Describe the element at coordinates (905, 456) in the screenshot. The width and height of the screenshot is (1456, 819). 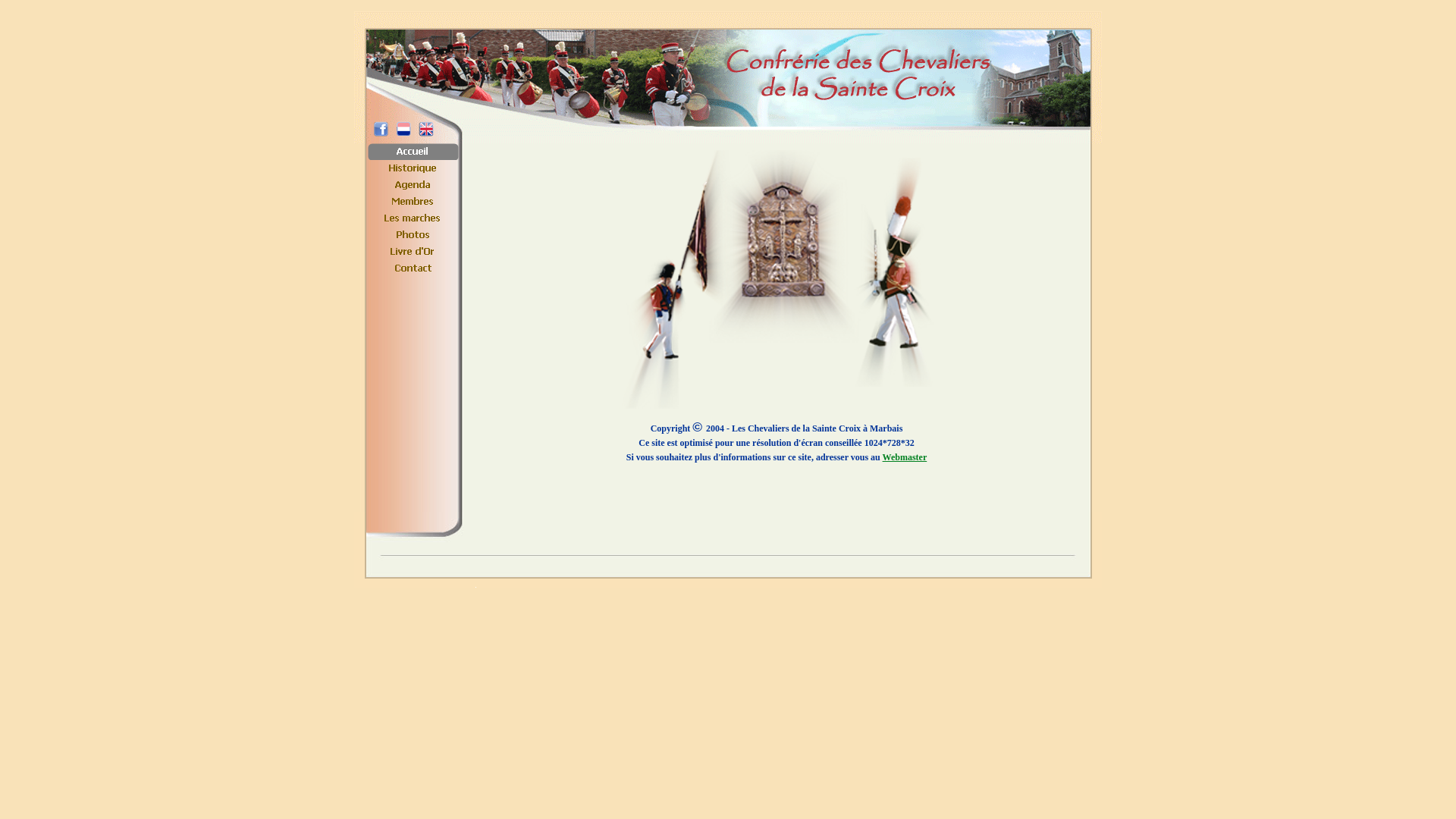
I see `'Webmaster'` at that location.